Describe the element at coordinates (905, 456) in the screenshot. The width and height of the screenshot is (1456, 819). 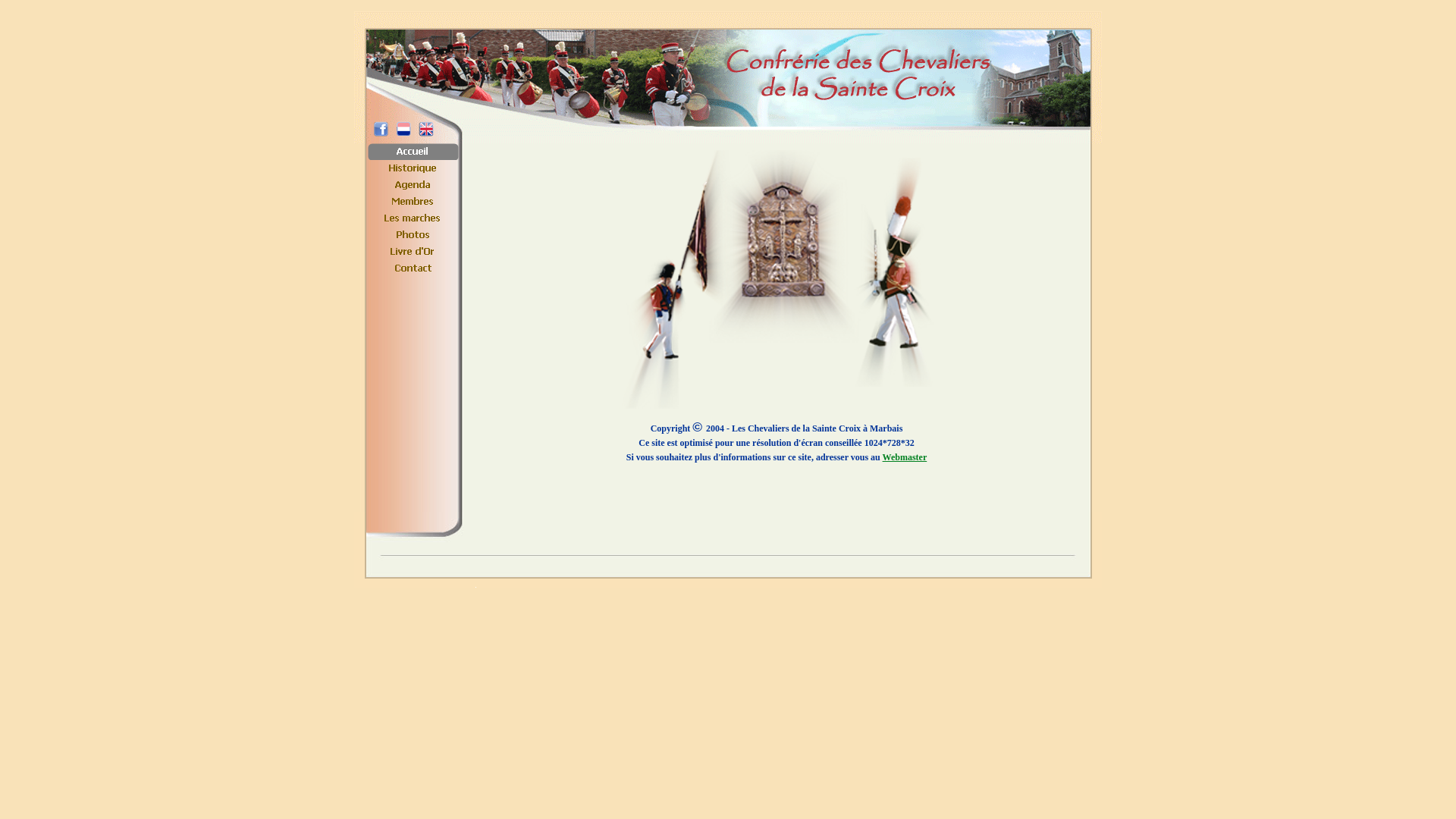
I see `'Webmaster'` at that location.